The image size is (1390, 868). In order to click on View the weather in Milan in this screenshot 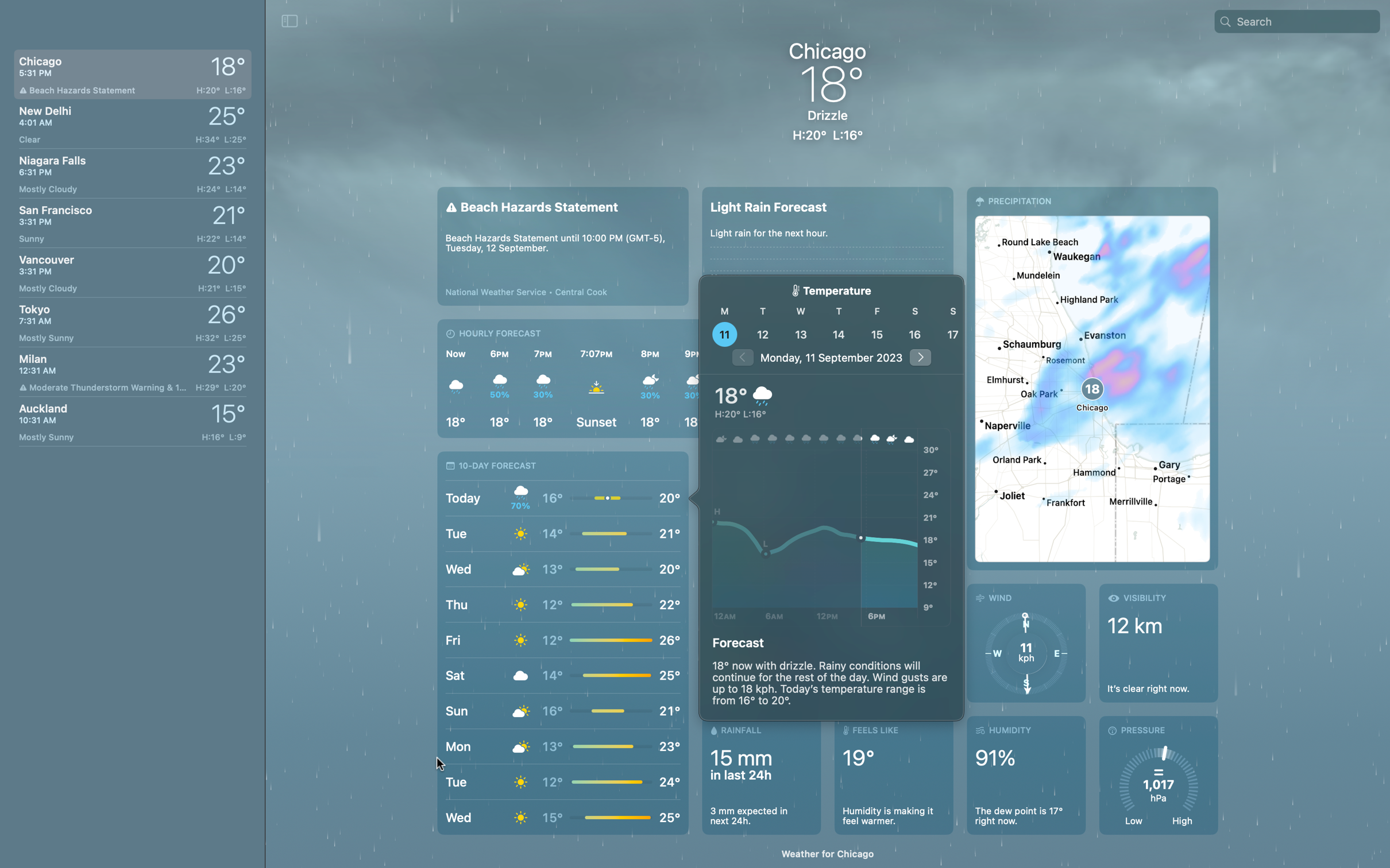, I will do `click(131, 371)`.